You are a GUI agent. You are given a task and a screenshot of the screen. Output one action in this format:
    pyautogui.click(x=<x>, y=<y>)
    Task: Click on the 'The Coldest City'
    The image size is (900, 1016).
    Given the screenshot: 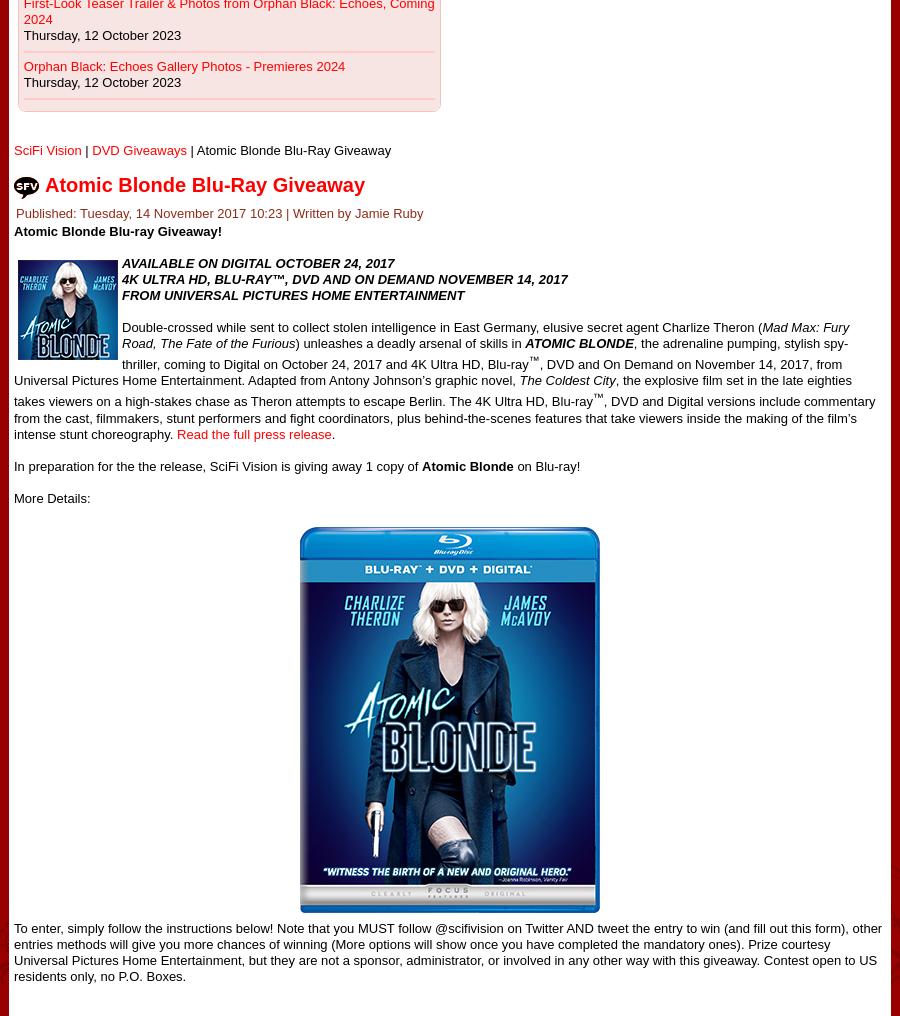 What is the action you would take?
    pyautogui.click(x=567, y=380)
    